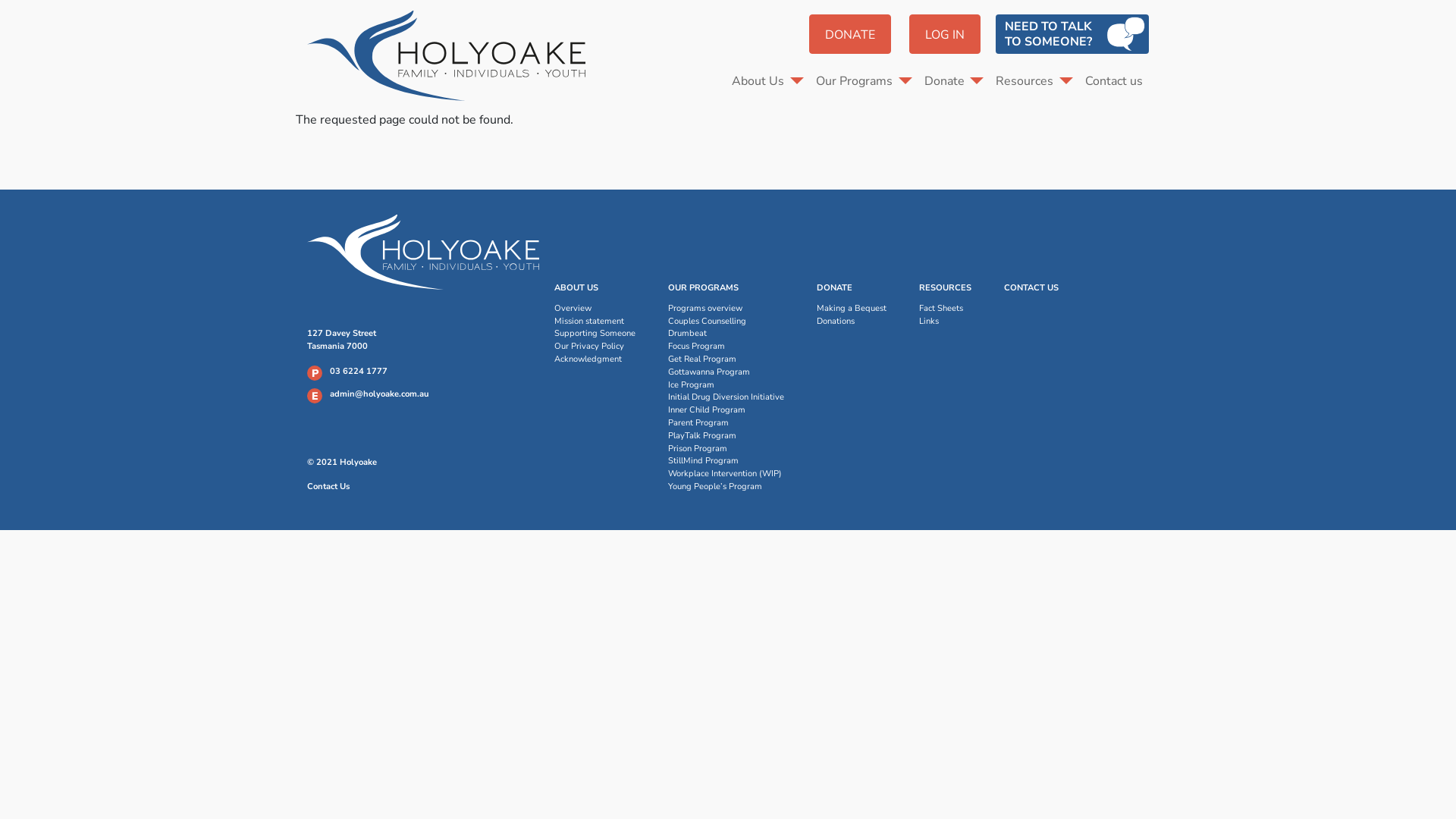  I want to click on 'Parent Program', so click(725, 423).